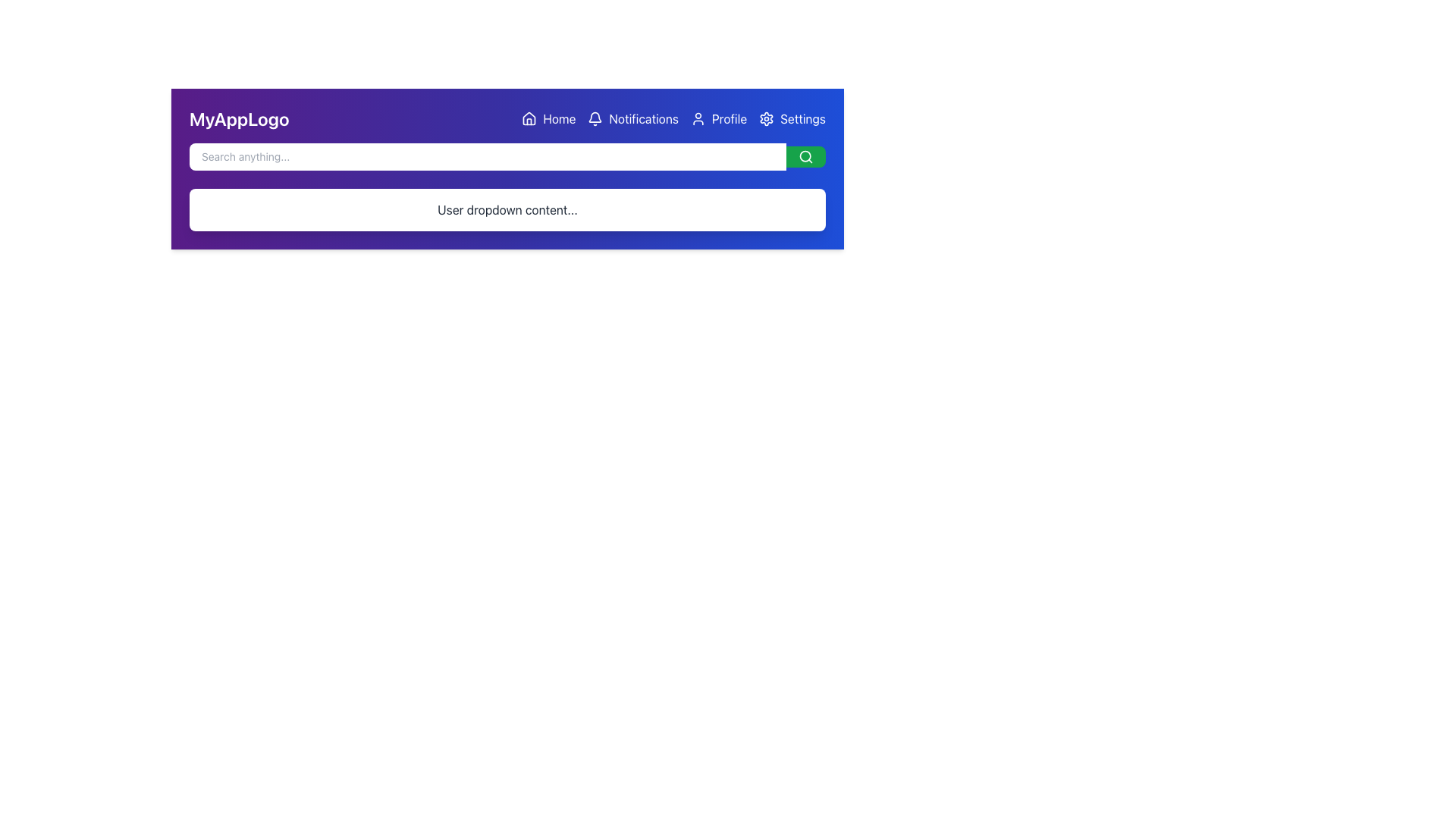 This screenshot has height=819, width=1456. Describe the element at coordinates (718, 118) in the screenshot. I see `the profile button located in the top-right section of the page, which is the third button in a horizontal row of navigational items` at that location.